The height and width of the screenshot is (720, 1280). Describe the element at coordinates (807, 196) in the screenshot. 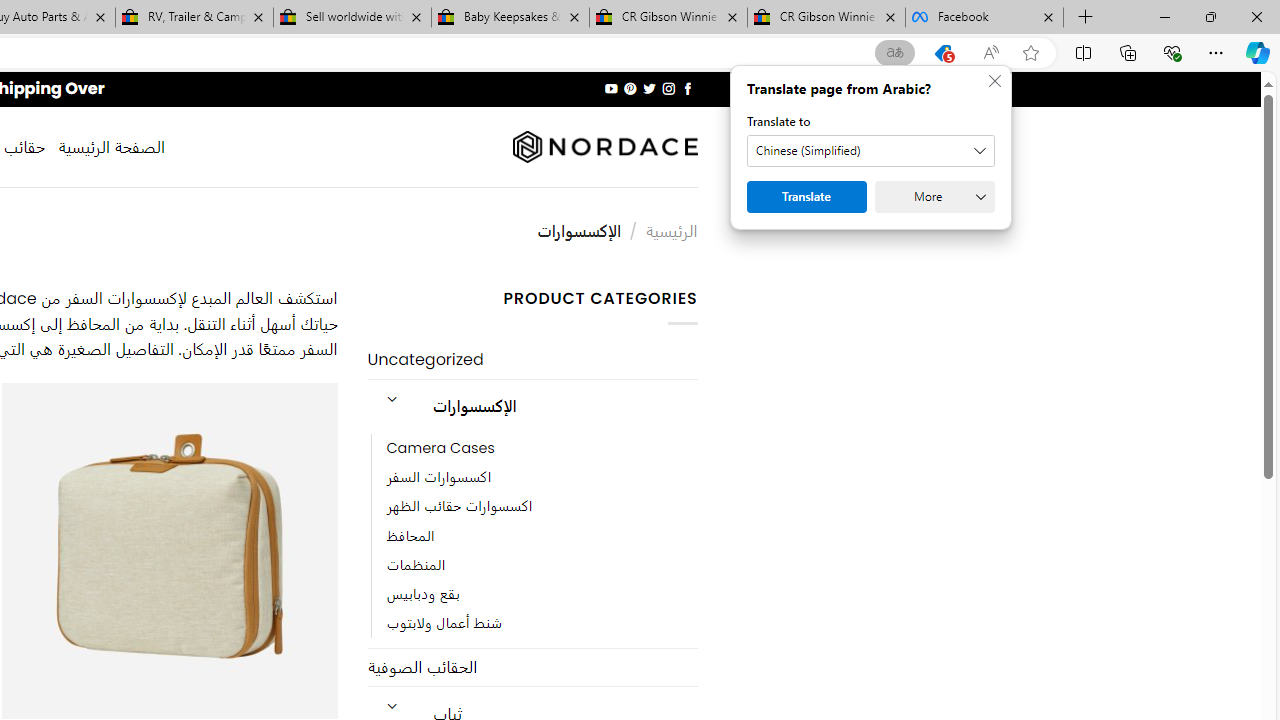

I see `'Translate'` at that location.